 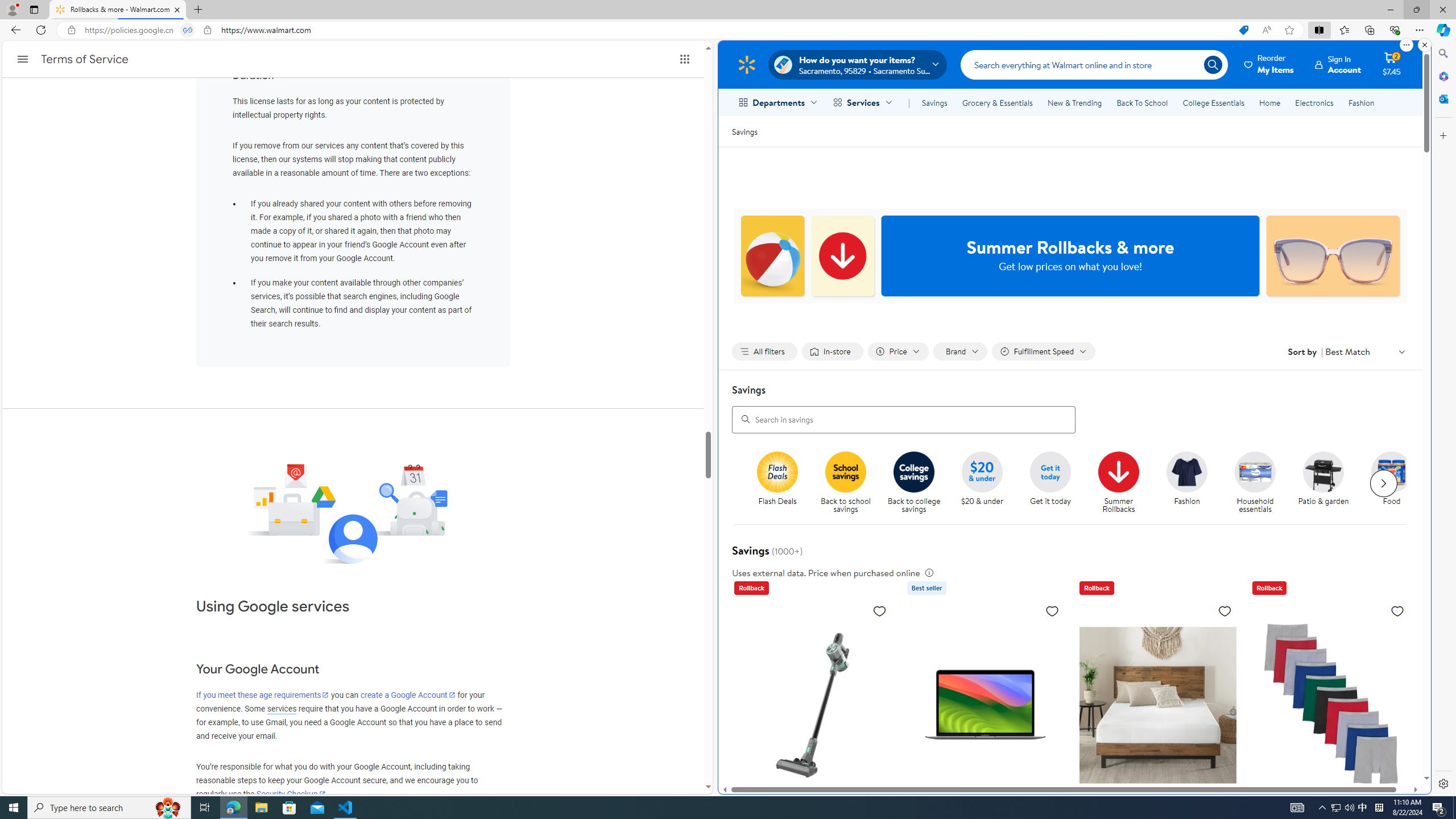 I want to click on 'Fashion Fashion', so click(x=1187, y=479).